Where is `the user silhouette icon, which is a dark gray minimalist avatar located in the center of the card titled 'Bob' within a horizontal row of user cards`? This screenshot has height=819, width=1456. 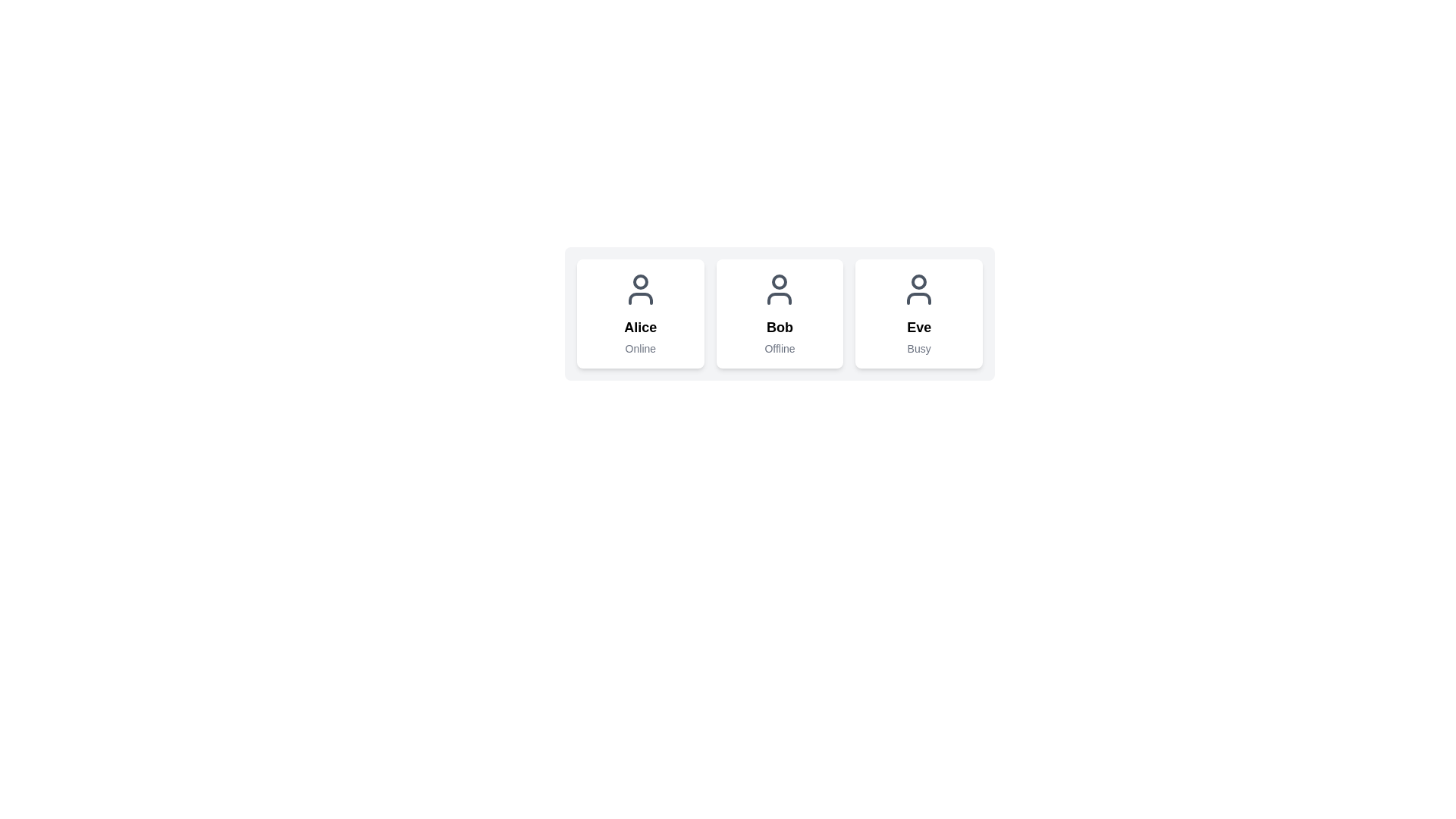 the user silhouette icon, which is a dark gray minimalist avatar located in the center of the card titled 'Bob' within a horizontal row of user cards is located at coordinates (780, 289).